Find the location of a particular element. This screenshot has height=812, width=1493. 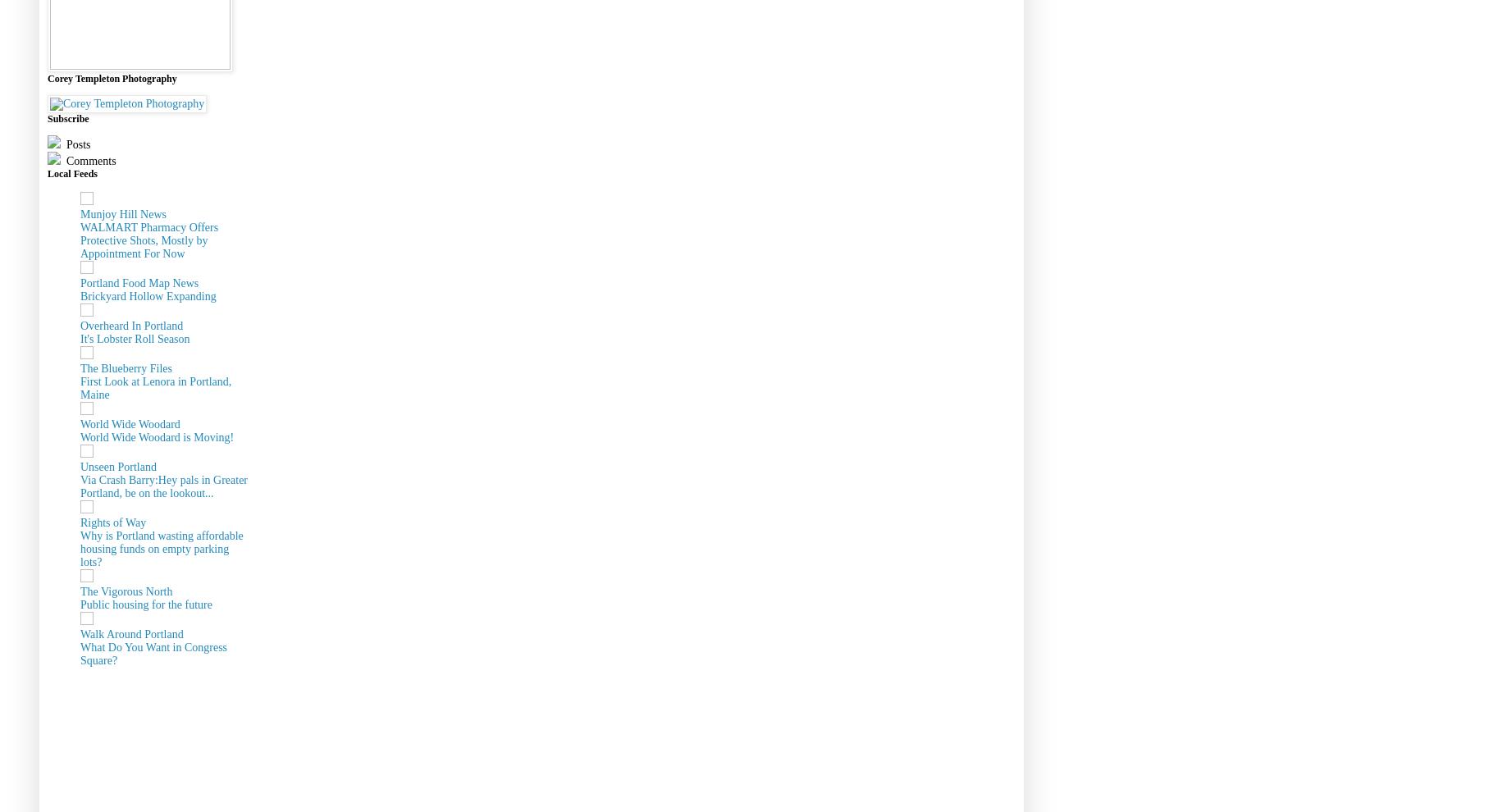

'Local Feeds' is located at coordinates (72, 171).